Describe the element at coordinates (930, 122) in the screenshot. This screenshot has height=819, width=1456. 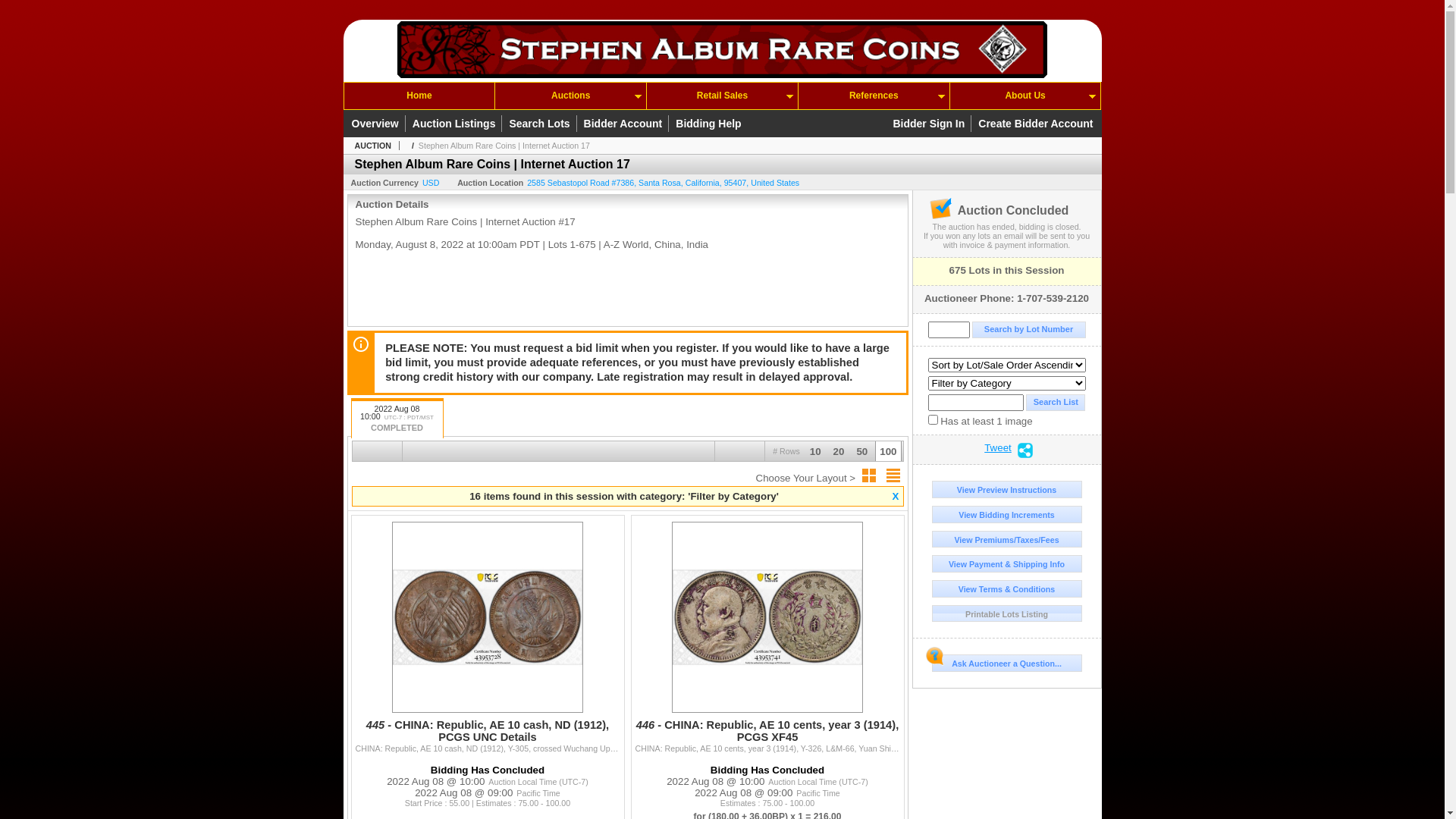
I see `'Bidder Sign In'` at that location.